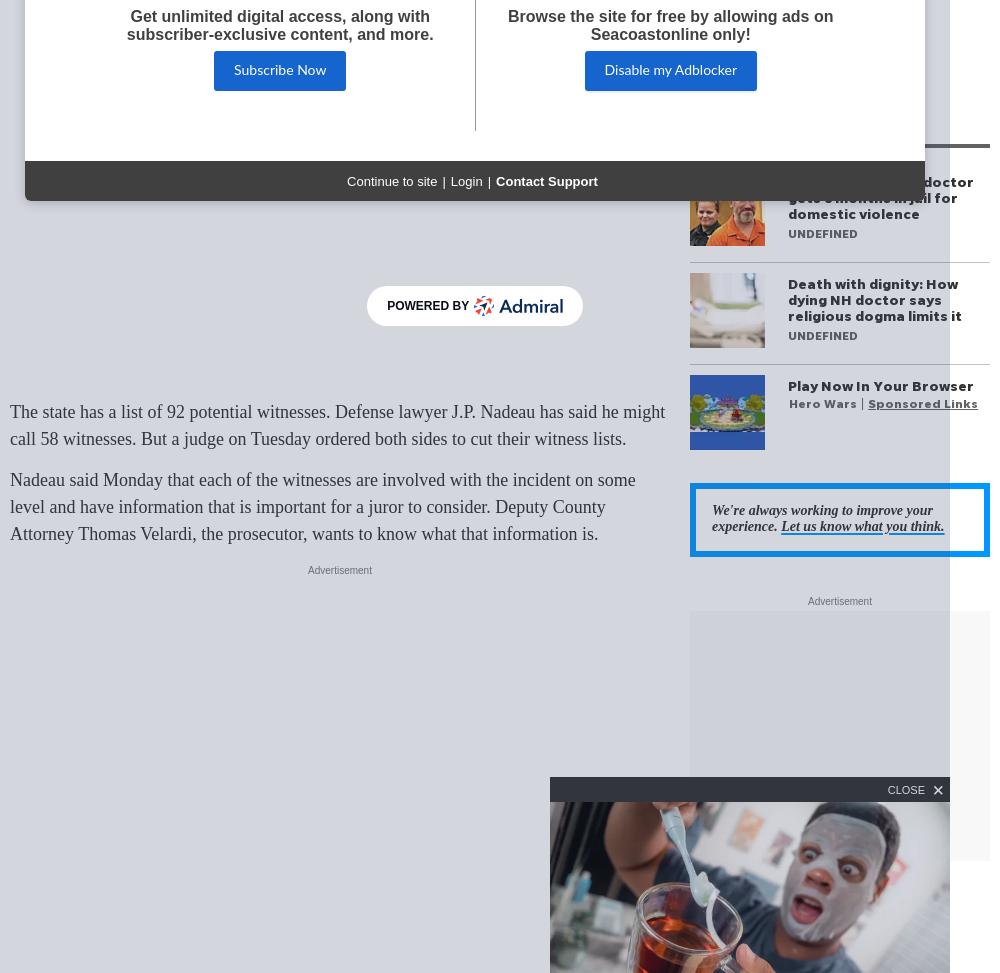 Image resolution: width=1000 pixels, height=973 pixels. Describe the element at coordinates (279, 25) in the screenshot. I see `'Get unlimited digital access, along with subscriber-exclusive content, and more.'` at that location.